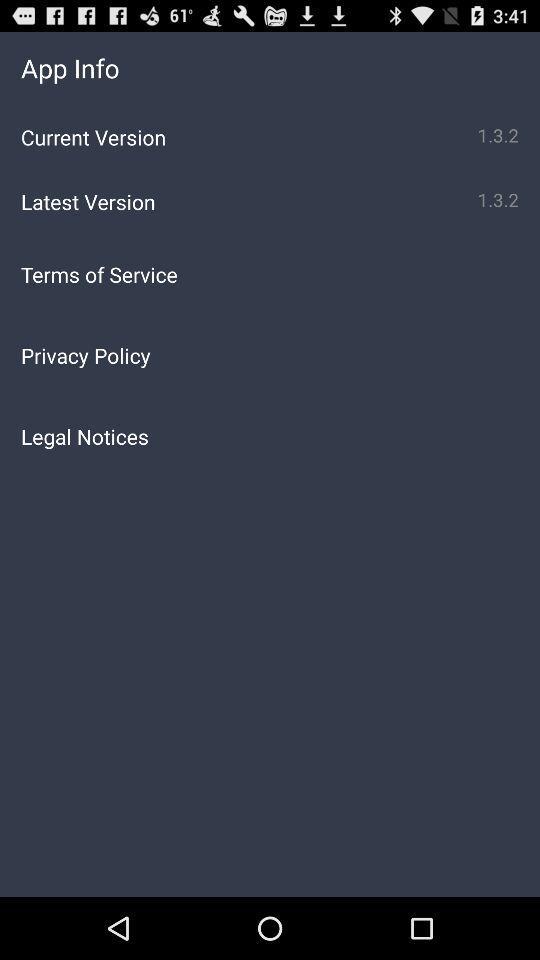  I want to click on the legal notices item, so click(270, 436).